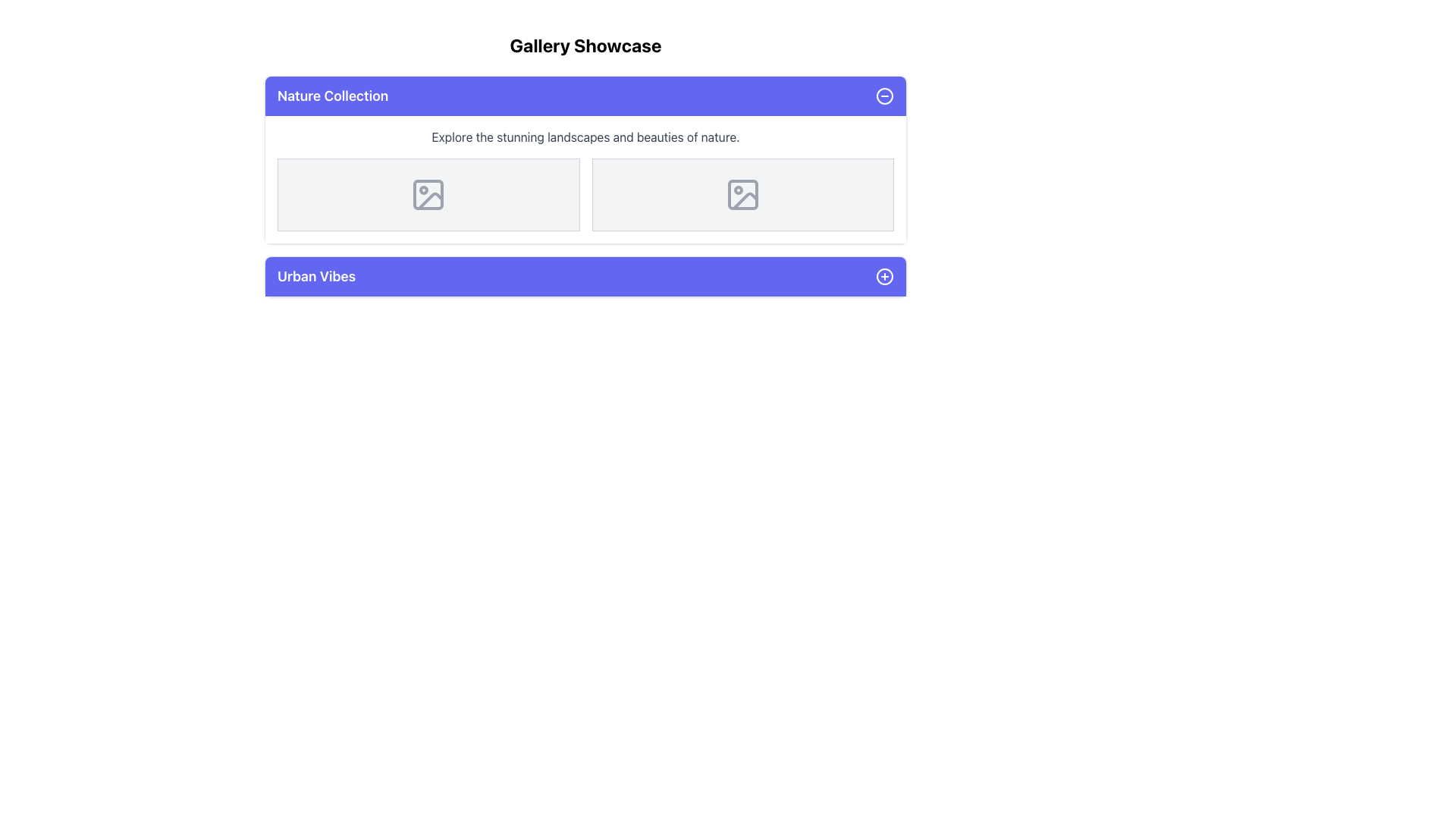 The image size is (1456, 819). Describe the element at coordinates (884, 277) in the screenshot. I see `the surrounding area of the decorative circle element representing a plus icon within the purple bar labeled 'Urban Vibes'` at that location.